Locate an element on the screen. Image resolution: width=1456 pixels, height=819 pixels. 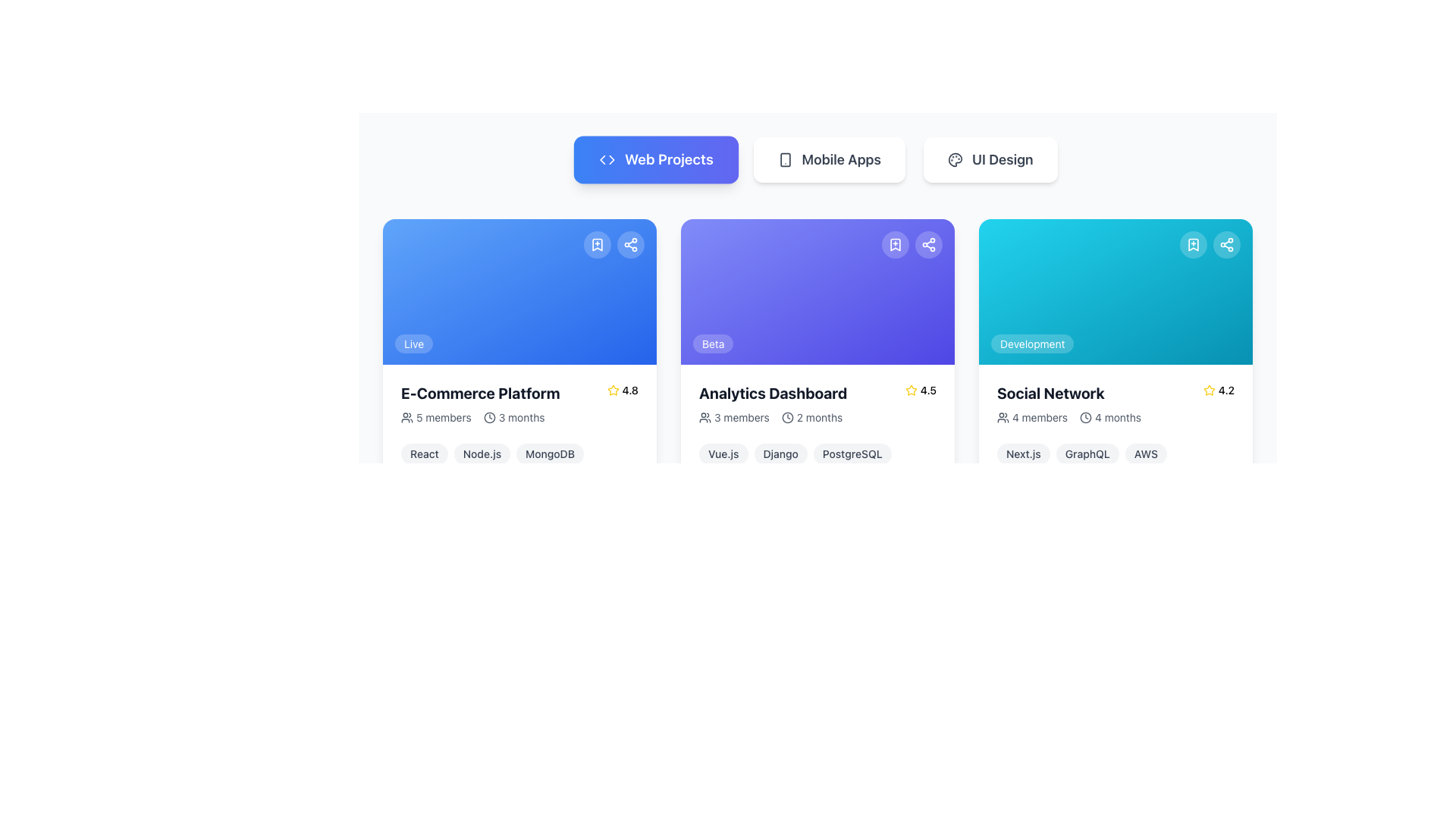
smartphone icon located within the 'Mobile Apps' button, positioned to the left of the text label 'Mobile Apps' is located at coordinates (785, 160).